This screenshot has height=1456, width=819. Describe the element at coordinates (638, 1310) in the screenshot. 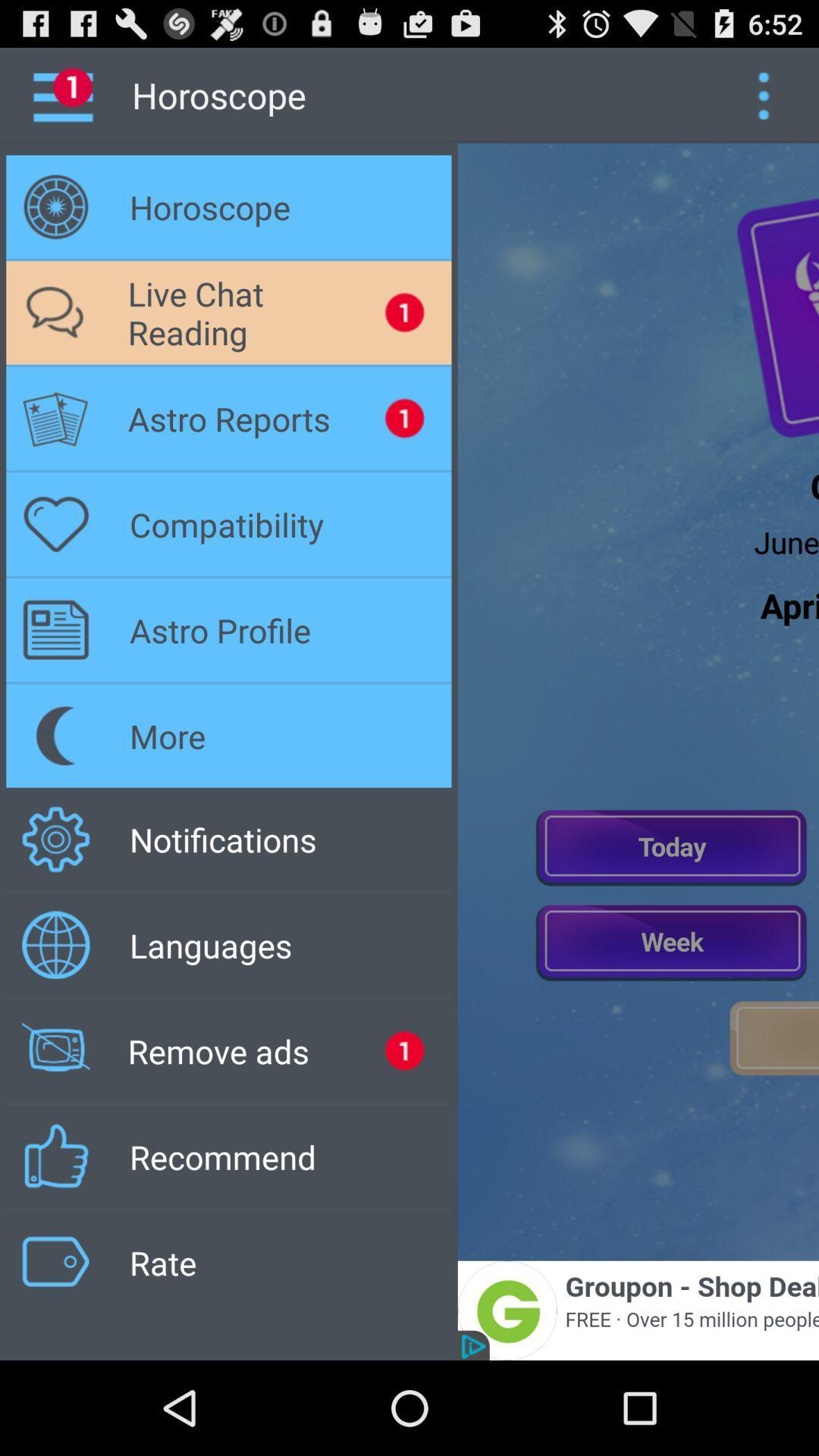

I see `open advertisement` at that location.